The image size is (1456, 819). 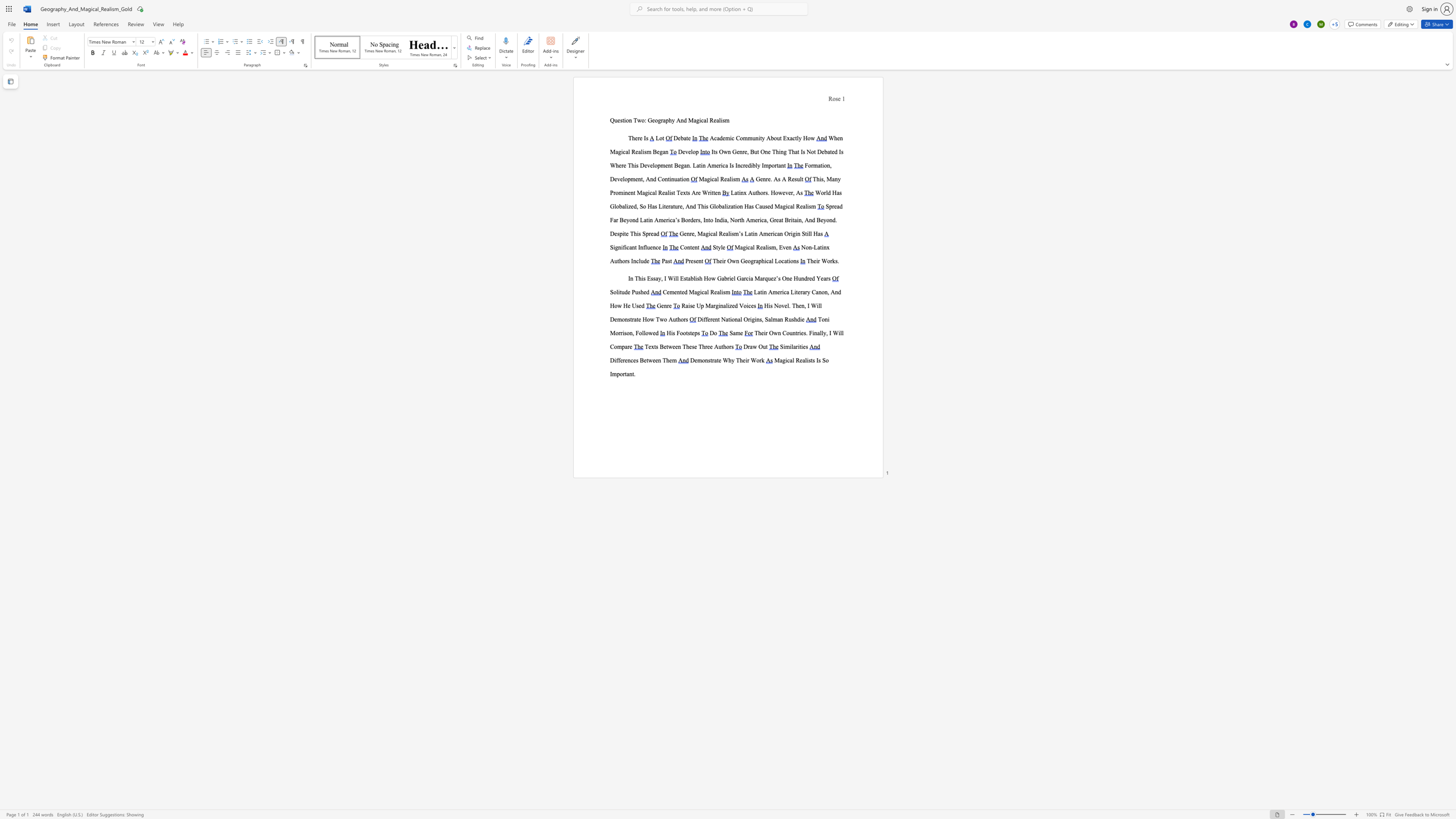 What do you see at coordinates (673, 120) in the screenshot?
I see `the 1th character "y" in the text` at bounding box center [673, 120].